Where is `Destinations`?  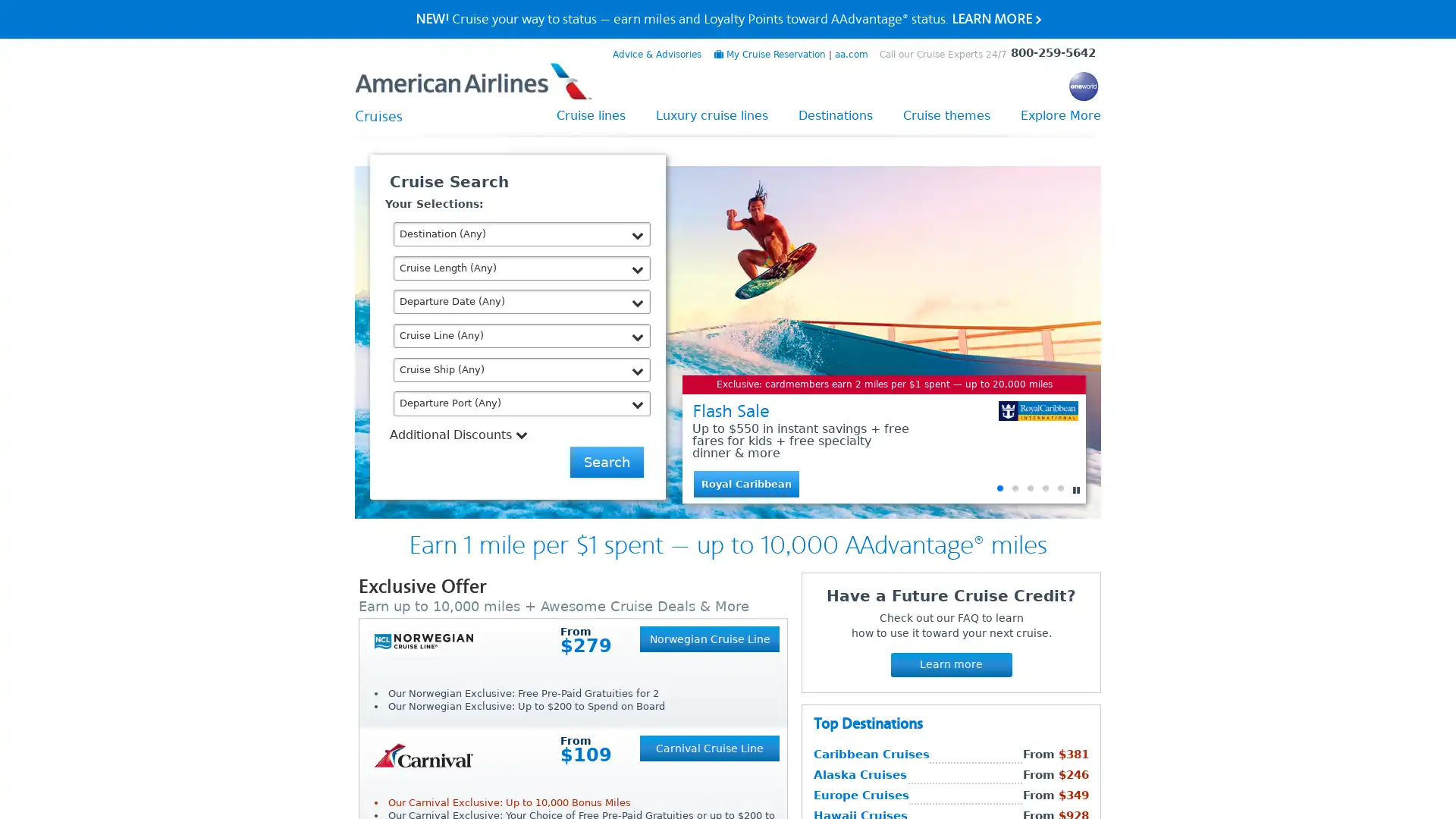 Destinations is located at coordinates (835, 114).